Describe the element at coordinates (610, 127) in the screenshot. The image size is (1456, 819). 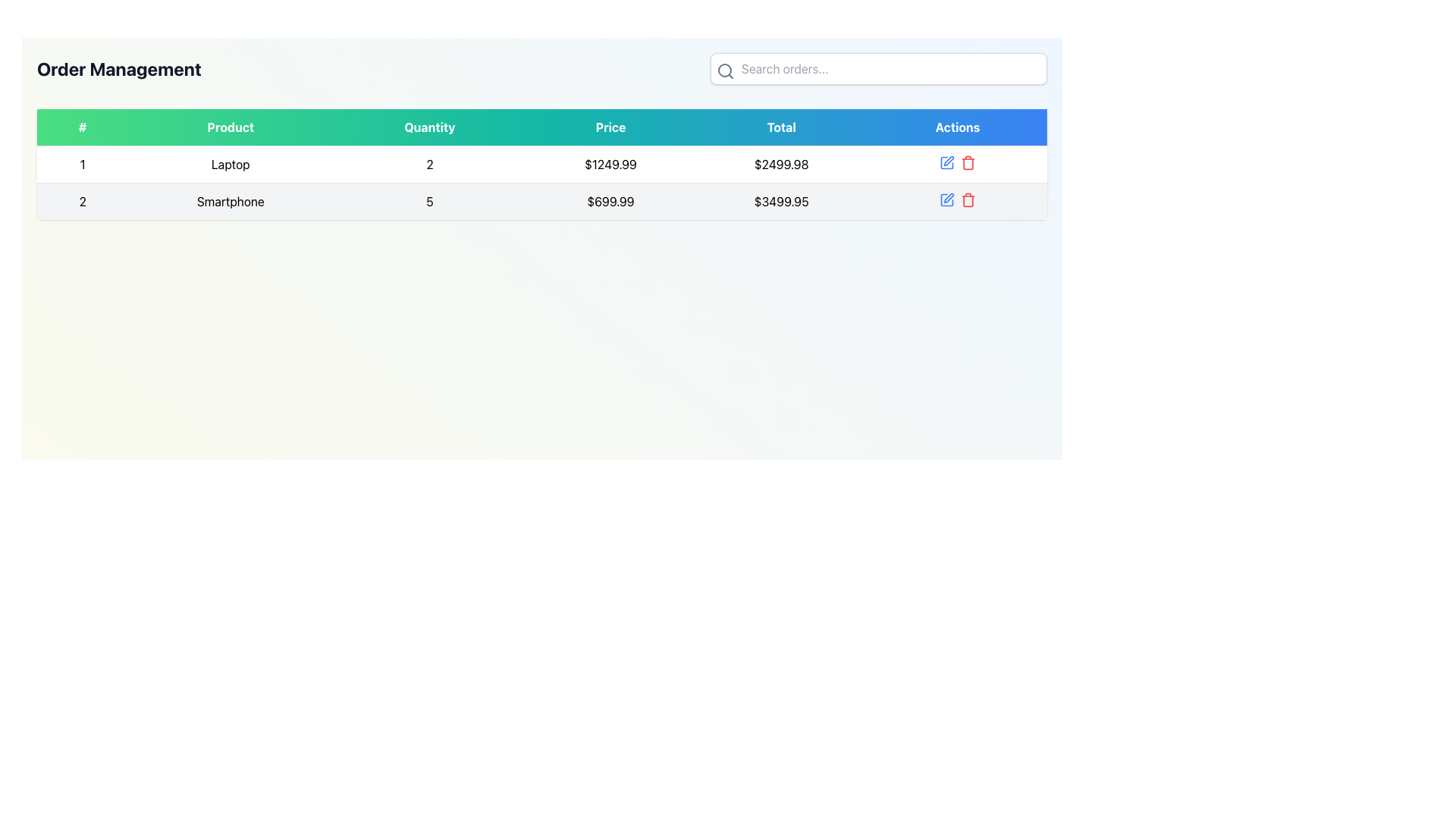
I see `the 'Price' Table Column Header, which is the fourth tab in the header row of the table, positioned between 'Quantity' and 'Total'` at that location.